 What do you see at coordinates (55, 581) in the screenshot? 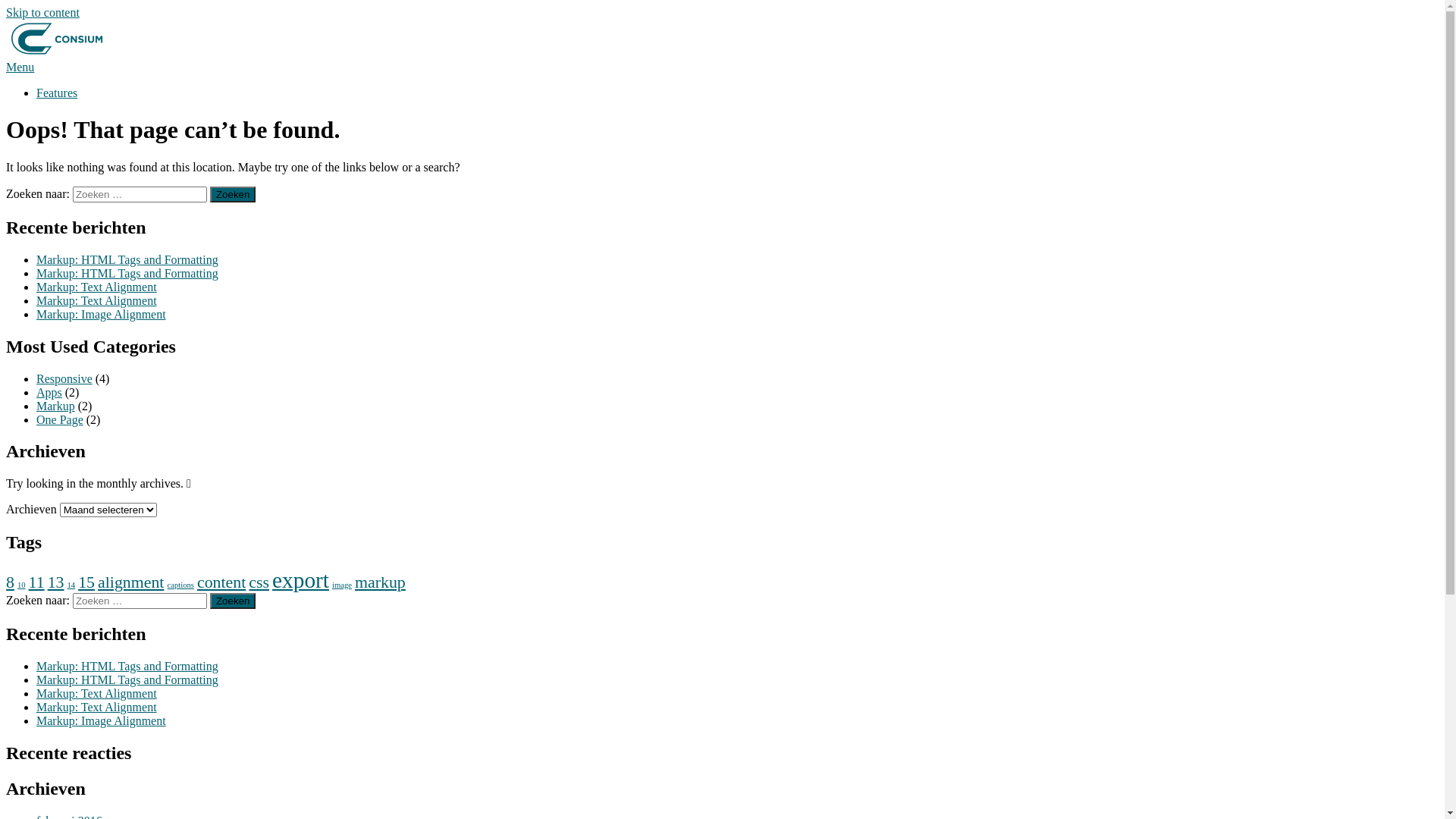
I see `'13'` at bounding box center [55, 581].